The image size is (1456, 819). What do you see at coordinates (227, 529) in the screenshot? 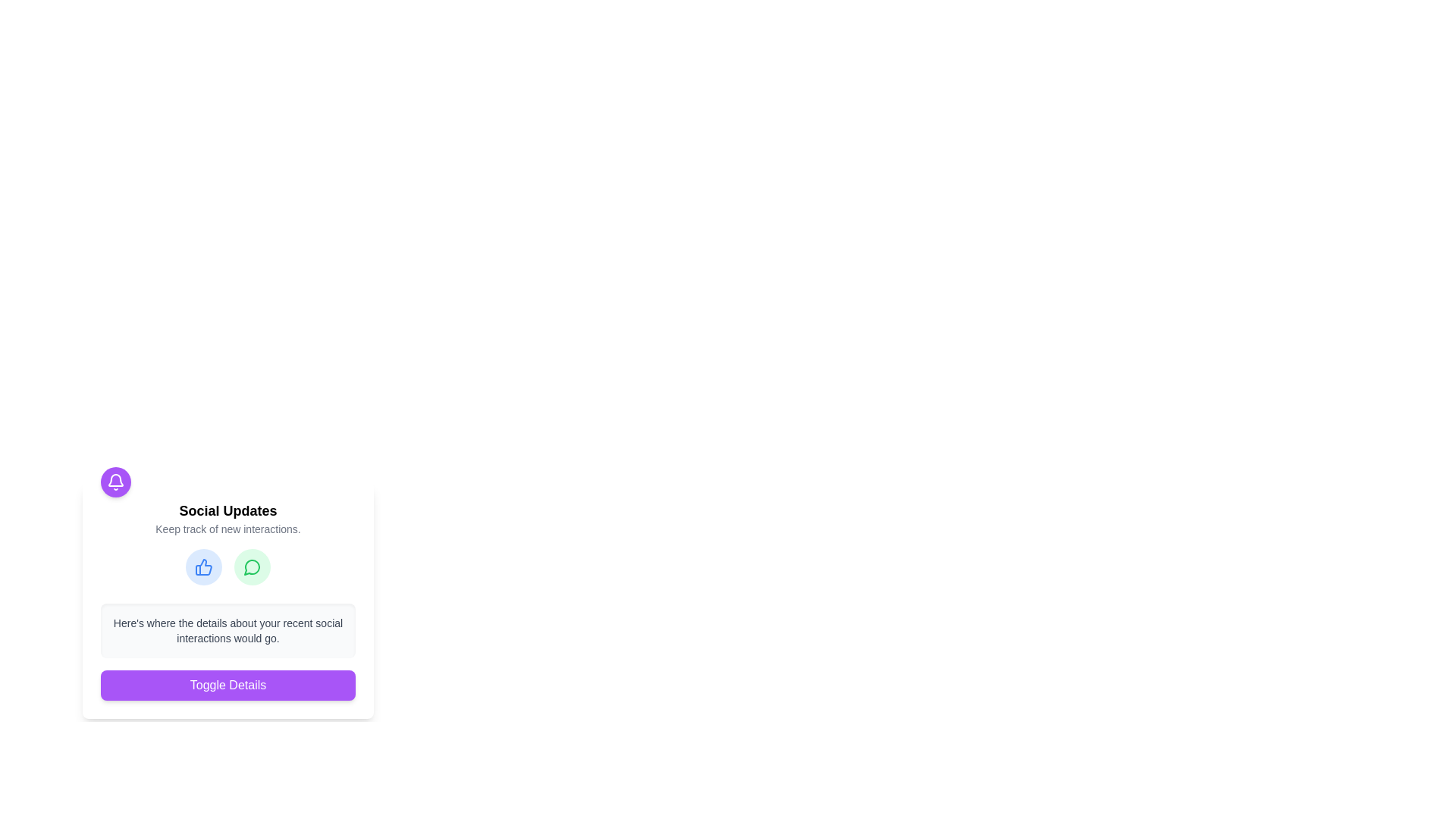
I see `the gray text label that says 'Keep track of new interactions.' located below the heading 'Social Updates.'` at bounding box center [227, 529].